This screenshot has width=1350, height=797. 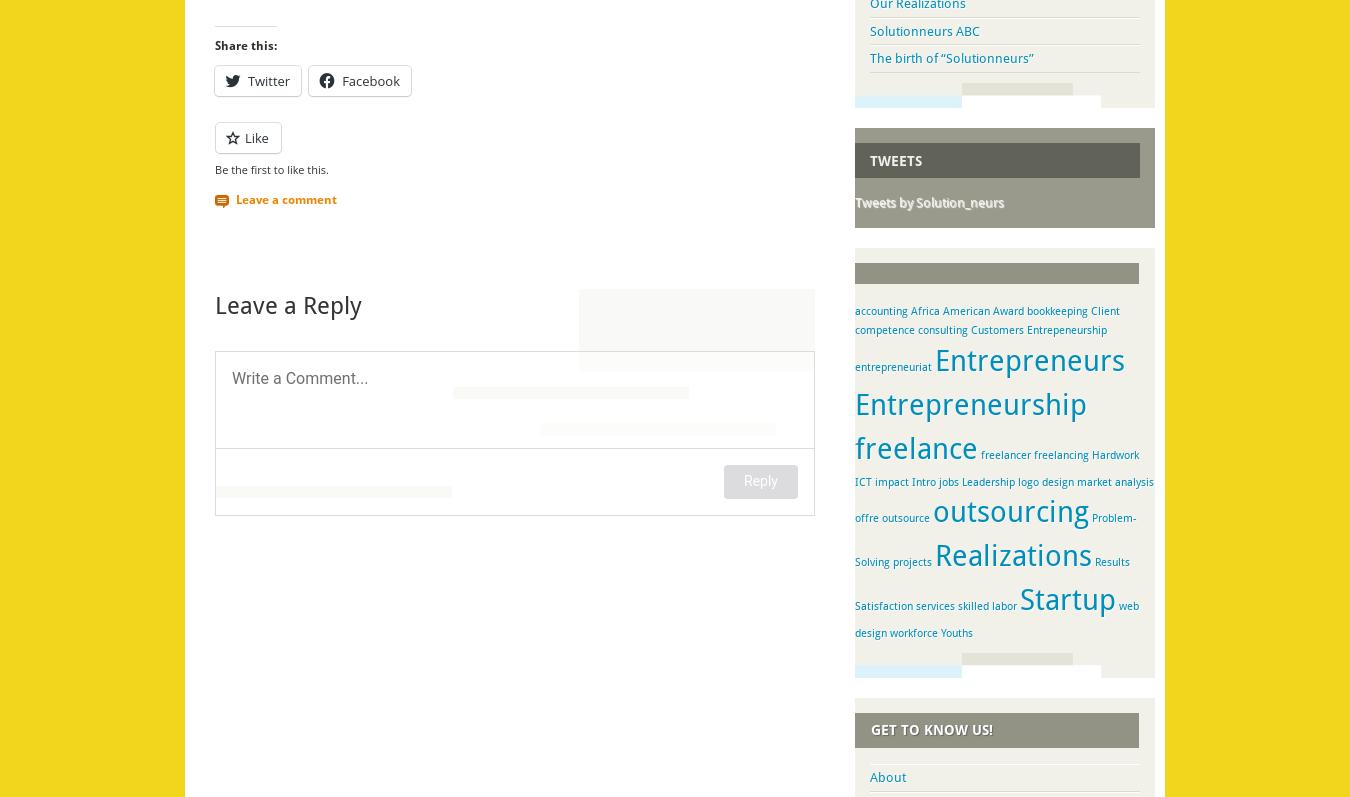 I want to click on 'outsourcing', so click(x=1010, y=510).